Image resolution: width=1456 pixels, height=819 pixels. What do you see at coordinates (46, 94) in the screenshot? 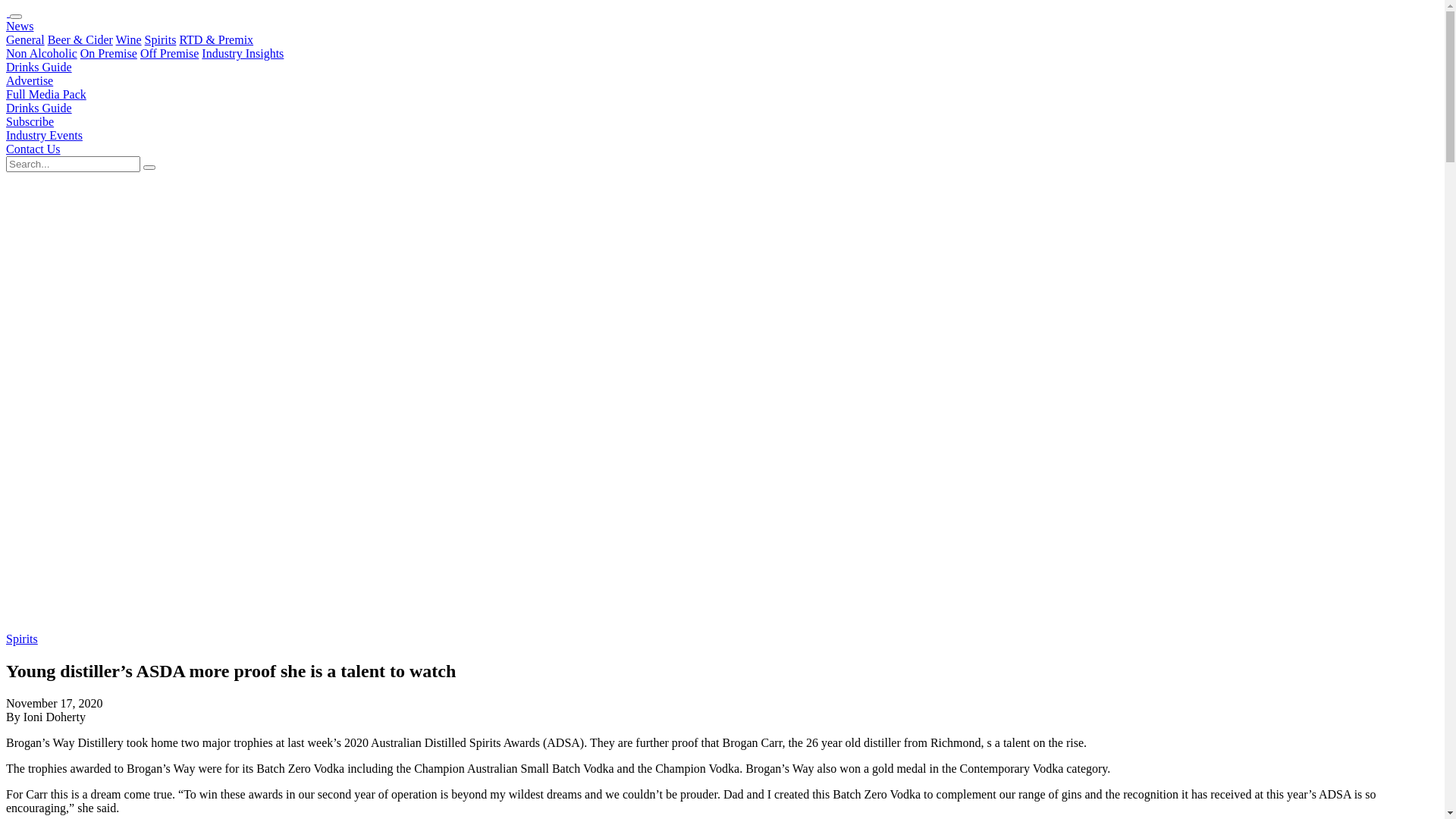
I see `'Full Media Pack'` at bounding box center [46, 94].